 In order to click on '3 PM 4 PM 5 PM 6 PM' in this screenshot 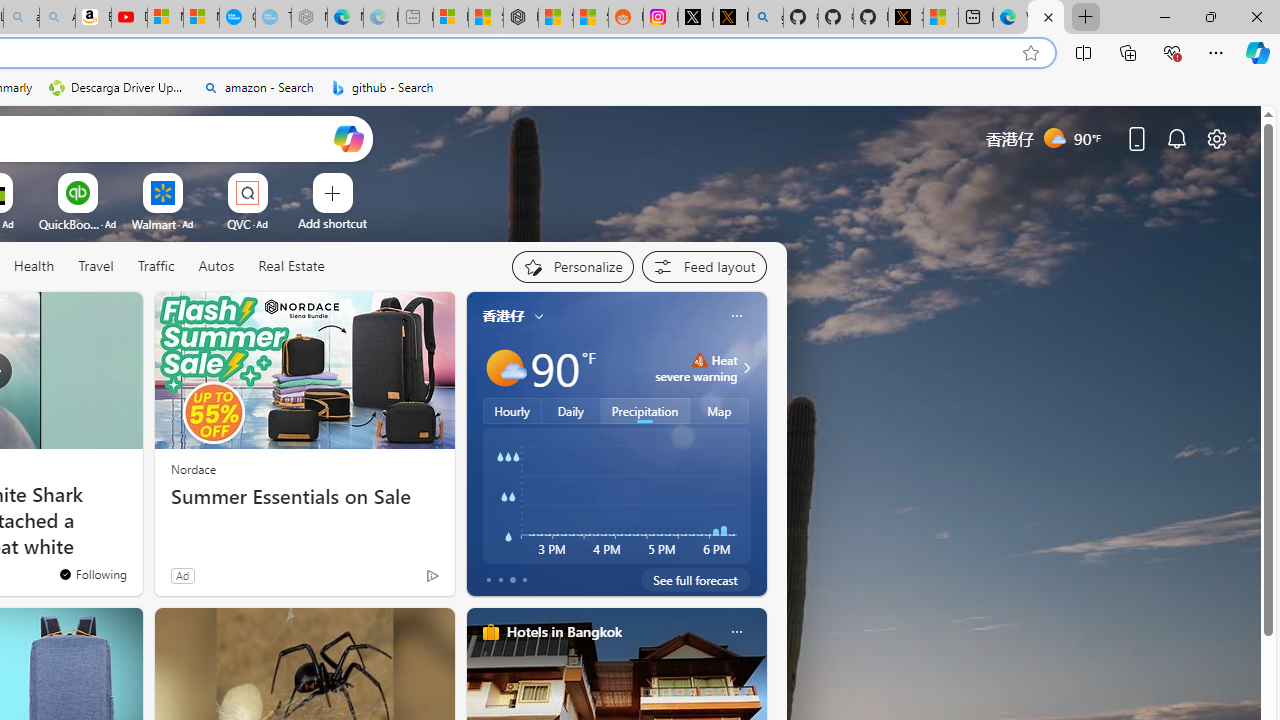, I will do `click(615, 495)`.